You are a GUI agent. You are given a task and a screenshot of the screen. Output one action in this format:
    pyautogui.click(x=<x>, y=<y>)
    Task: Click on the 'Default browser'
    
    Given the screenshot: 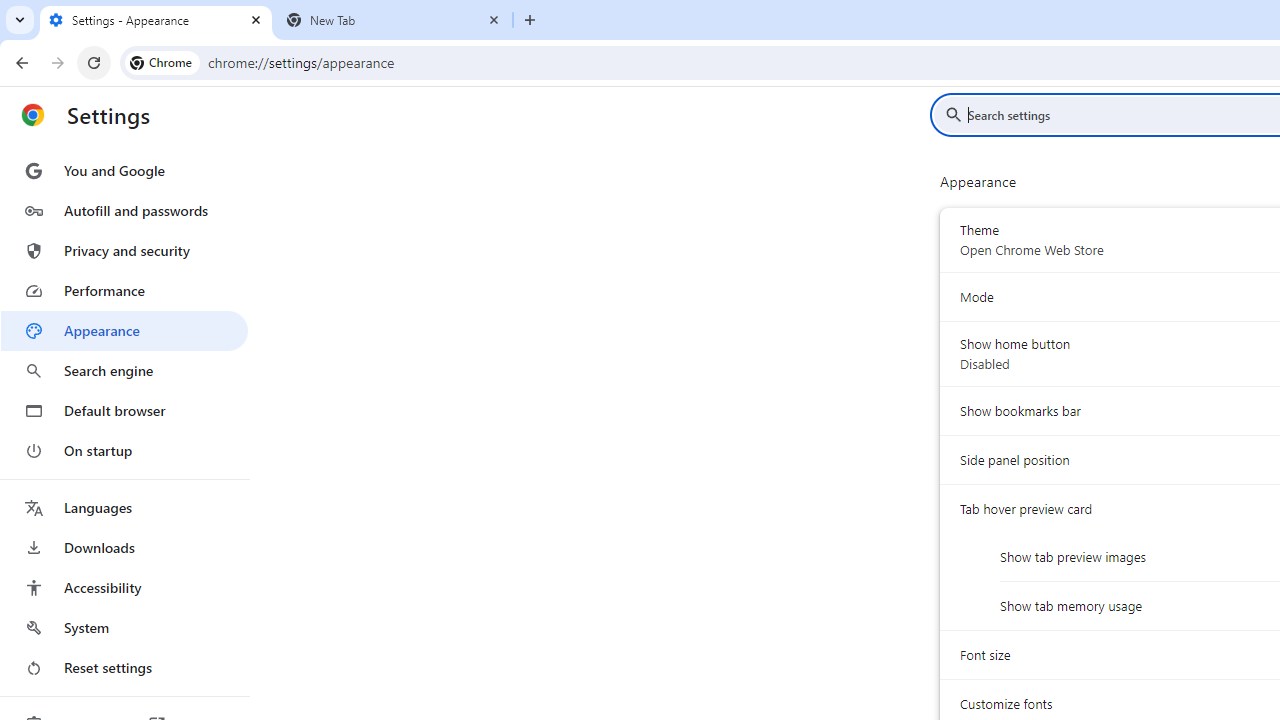 What is the action you would take?
    pyautogui.click(x=123, y=410)
    